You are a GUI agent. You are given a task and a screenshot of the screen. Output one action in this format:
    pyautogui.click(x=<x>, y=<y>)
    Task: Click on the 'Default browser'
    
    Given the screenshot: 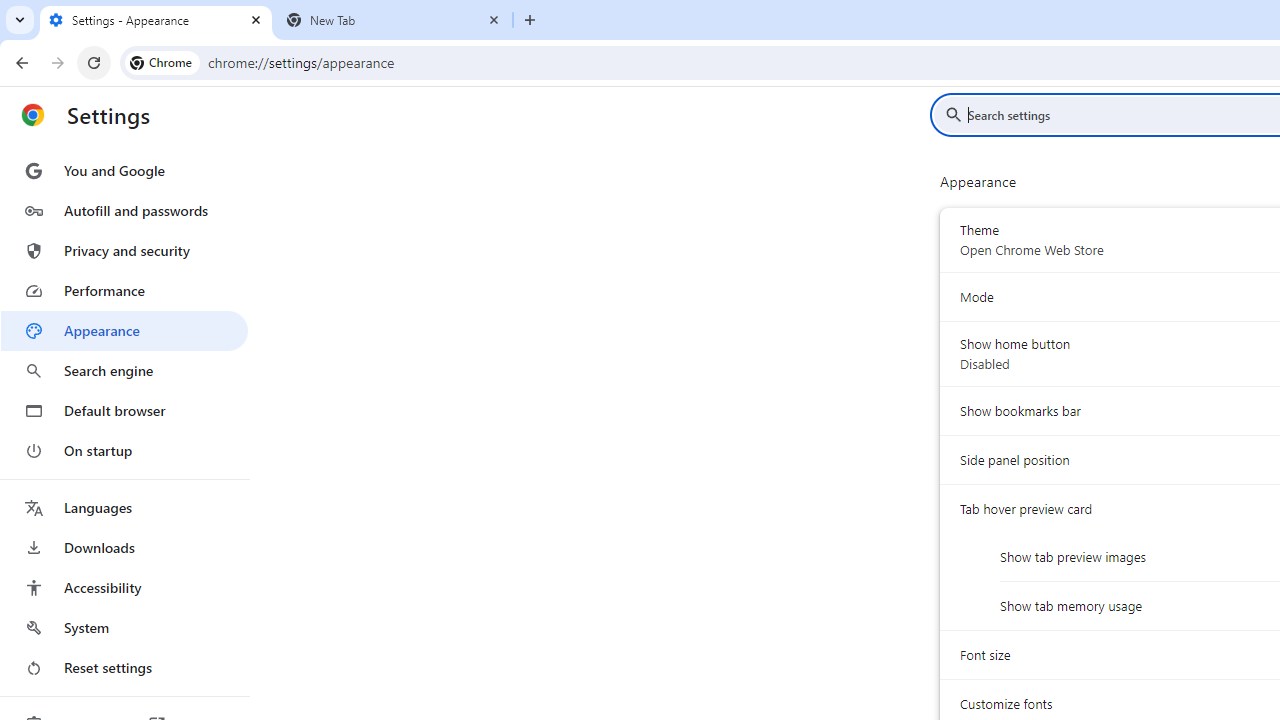 What is the action you would take?
    pyautogui.click(x=123, y=410)
    